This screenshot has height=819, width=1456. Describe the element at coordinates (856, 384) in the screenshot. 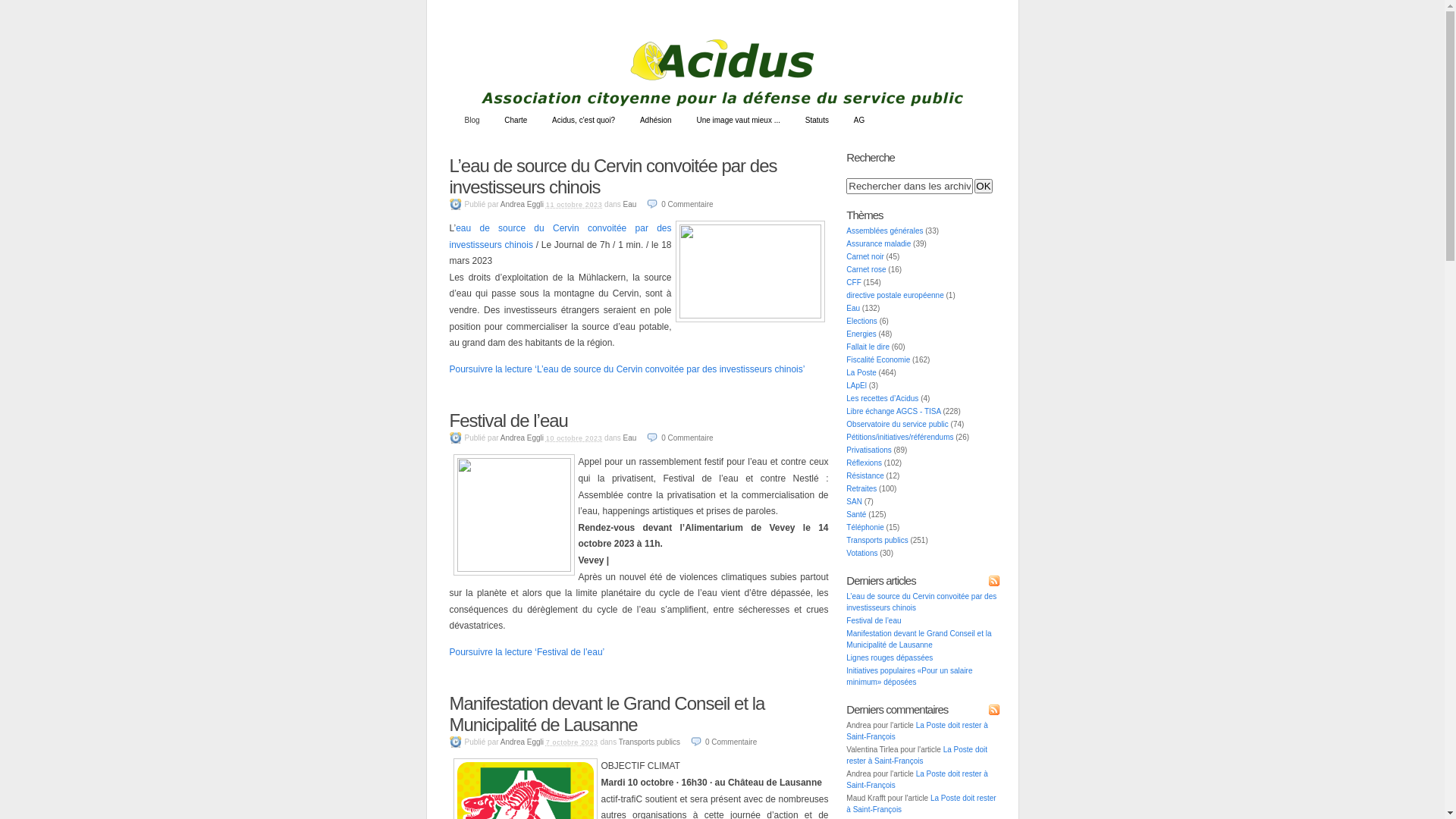

I see `'LApEl'` at that location.